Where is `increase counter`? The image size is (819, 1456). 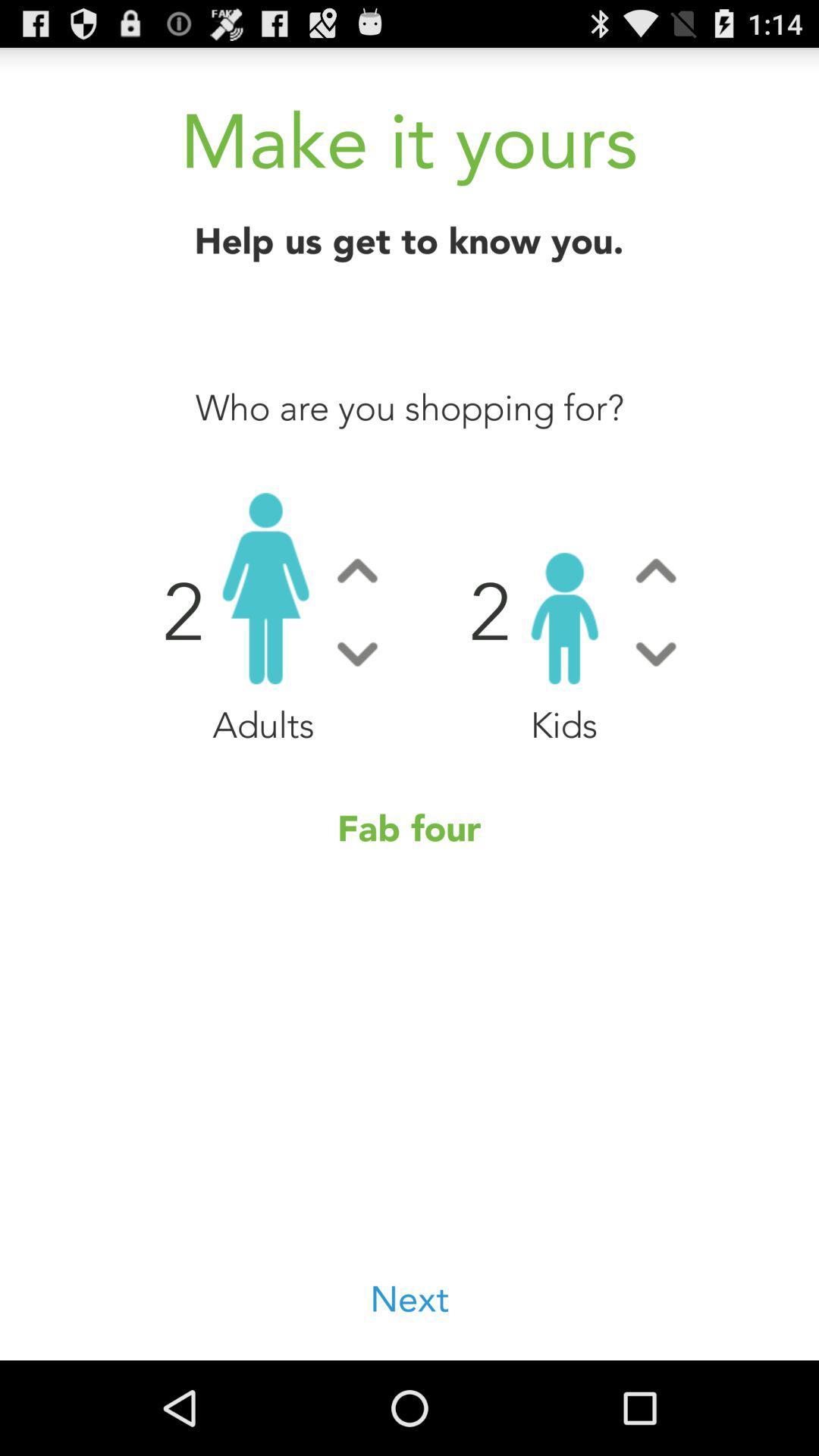
increase counter is located at coordinates (655, 570).